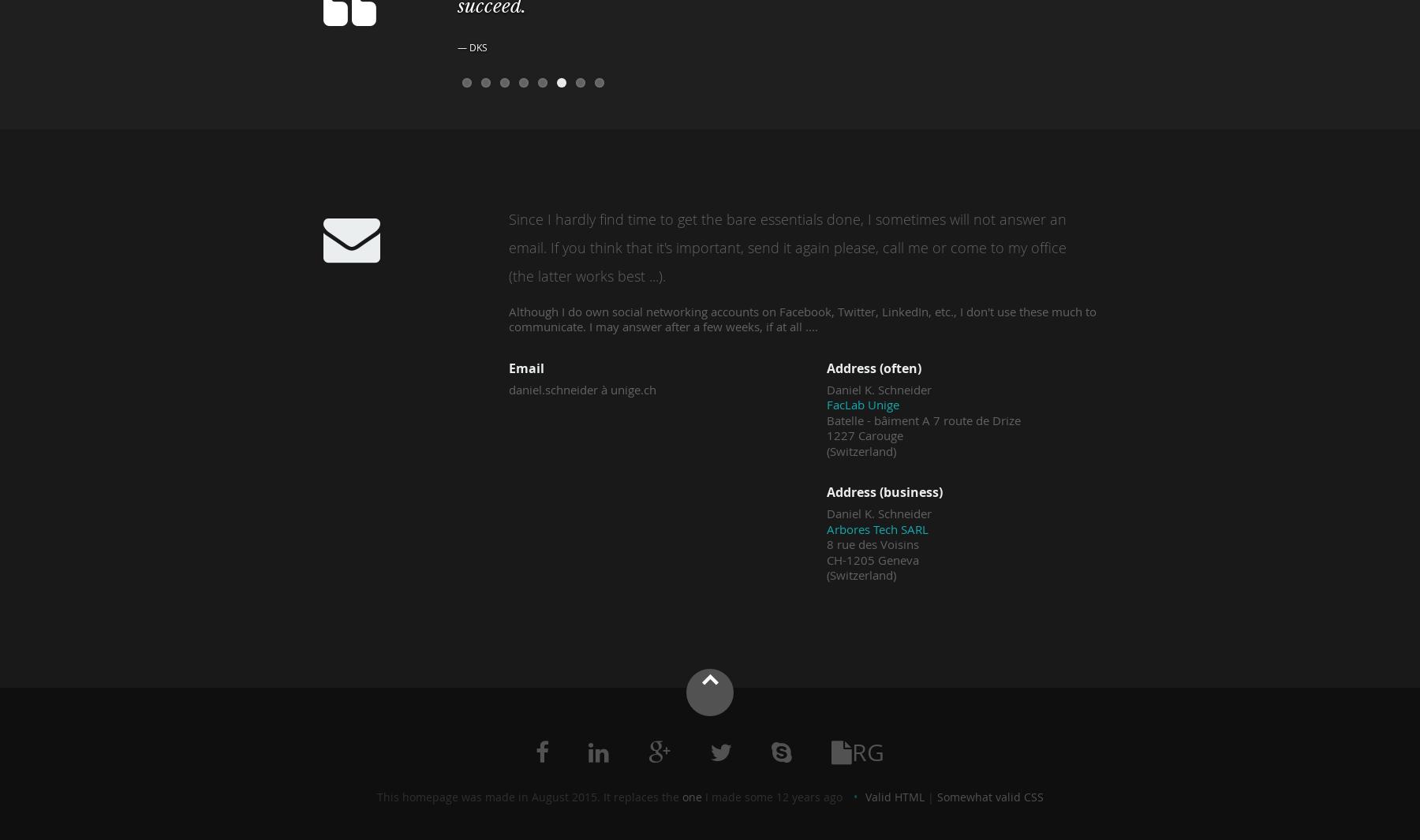 Image resolution: width=1420 pixels, height=840 pixels. What do you see at coordinates (691, 796) in the screenshot?
I see `'one'` at bounding box center [691, 796].